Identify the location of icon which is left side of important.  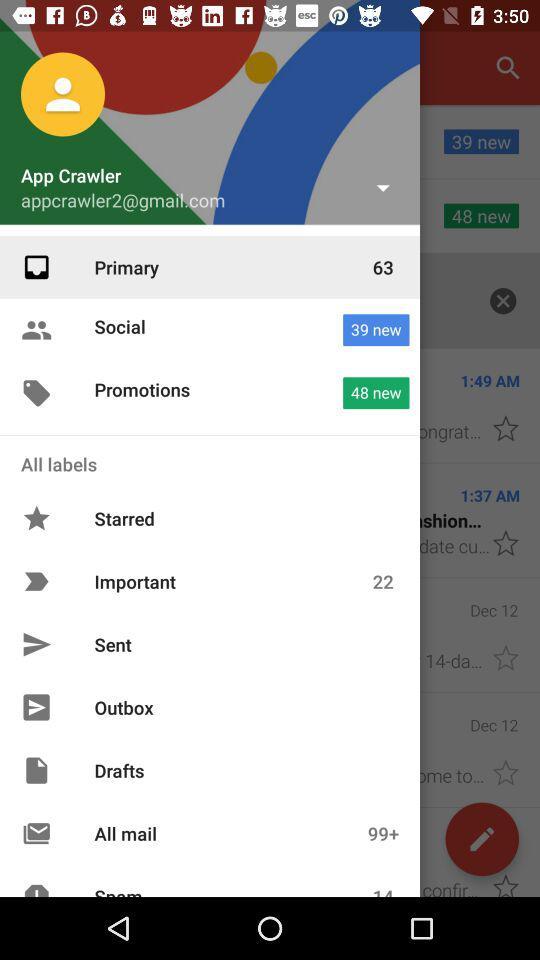
(36, 581).